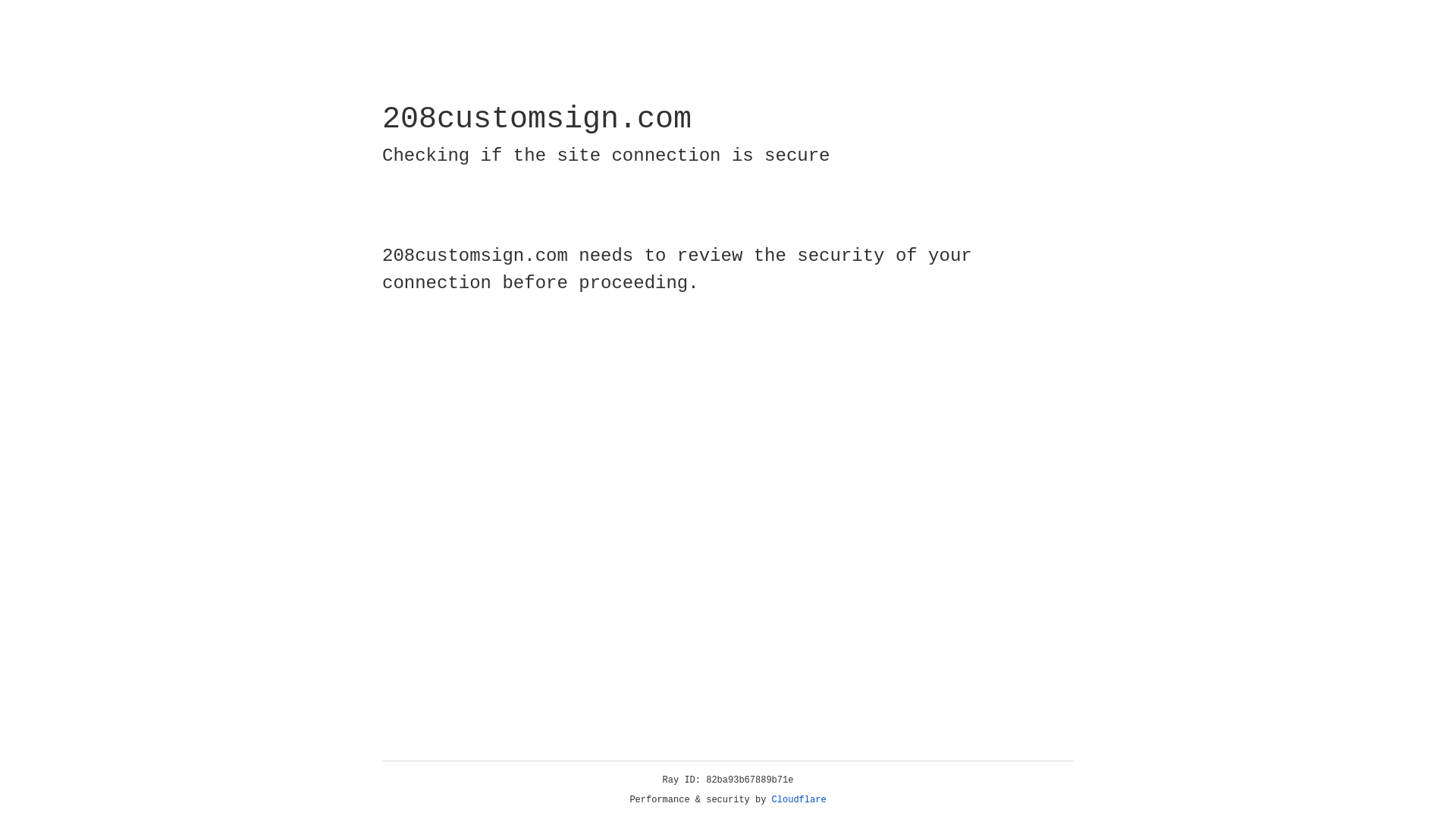 This screenshot has width=1456, height=819. Describe the element at coordinates (771, 799) in the screenshot. I see `'Cloudflare'` at that location.